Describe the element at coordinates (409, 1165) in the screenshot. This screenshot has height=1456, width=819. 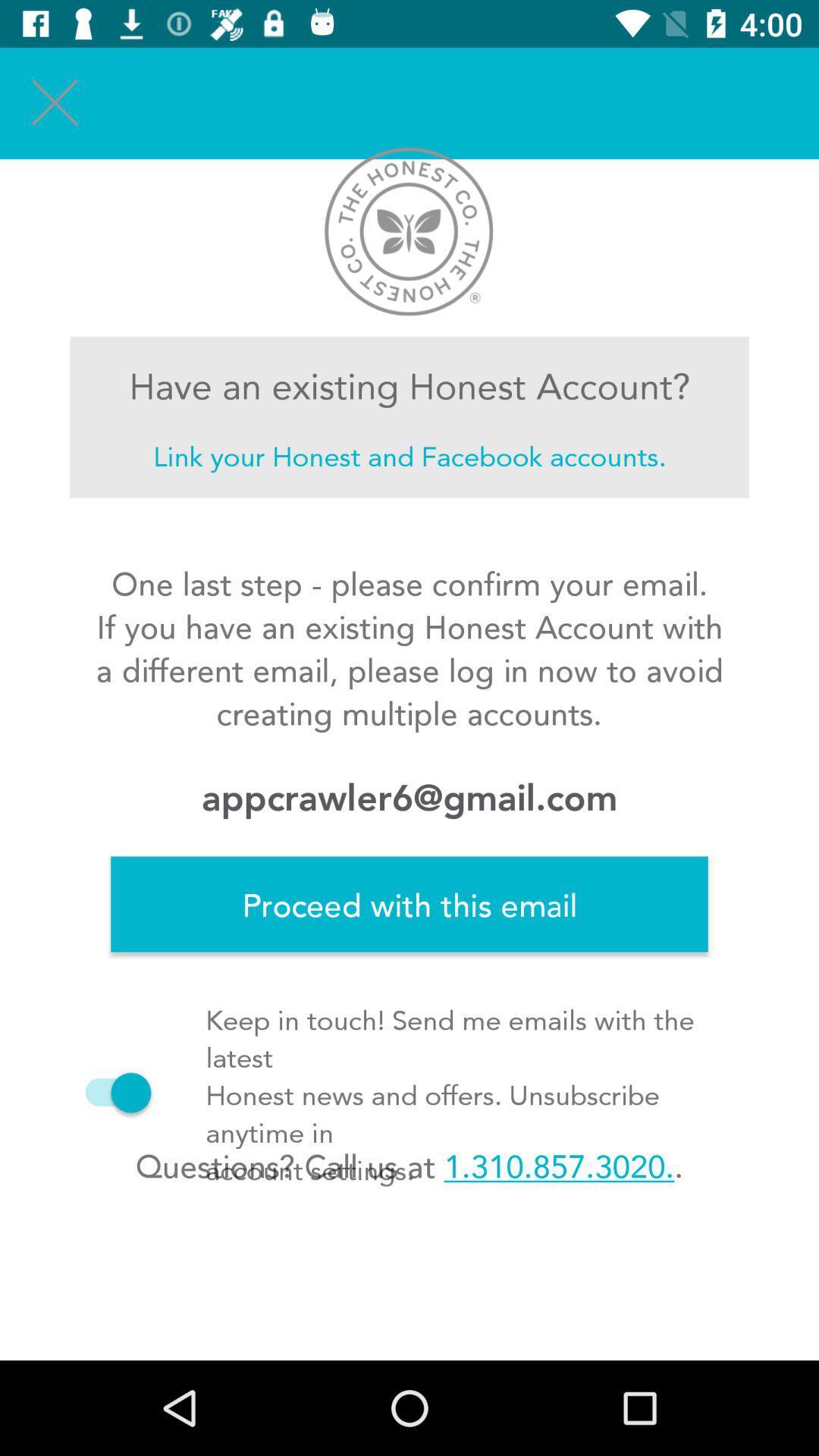
I see `the icon below the proceed with this` at that location.